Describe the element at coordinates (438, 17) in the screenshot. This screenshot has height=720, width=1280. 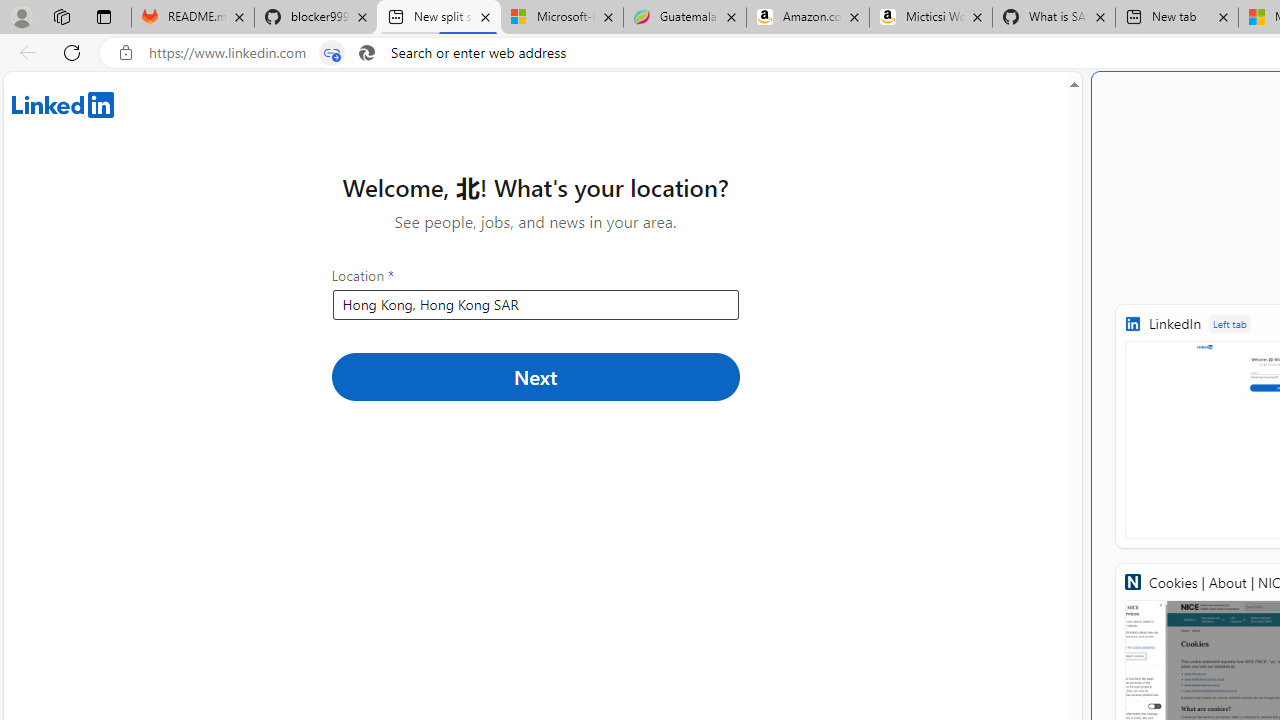
I see `'New split screen'` at that location.